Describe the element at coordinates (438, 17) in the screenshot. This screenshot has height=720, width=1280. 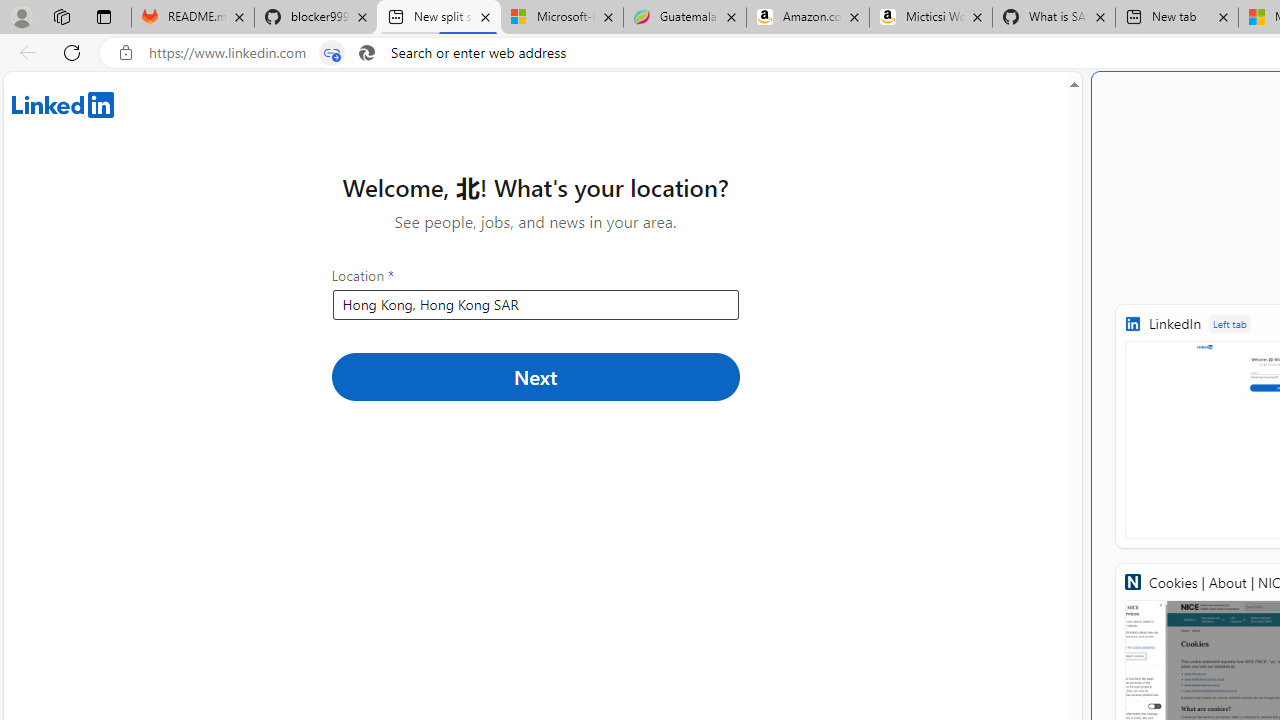
I see `'New split screen'` at that location.